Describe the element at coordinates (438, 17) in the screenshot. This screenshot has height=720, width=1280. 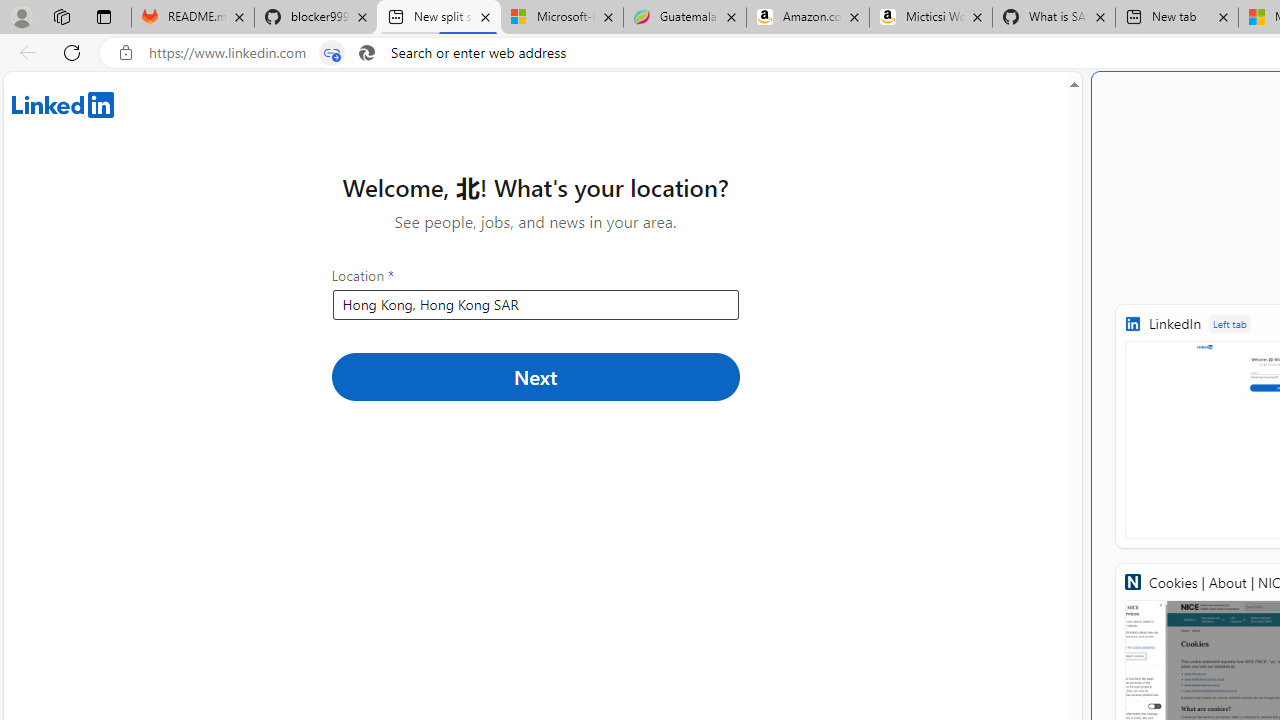
I see `'New split screen'` at that location.